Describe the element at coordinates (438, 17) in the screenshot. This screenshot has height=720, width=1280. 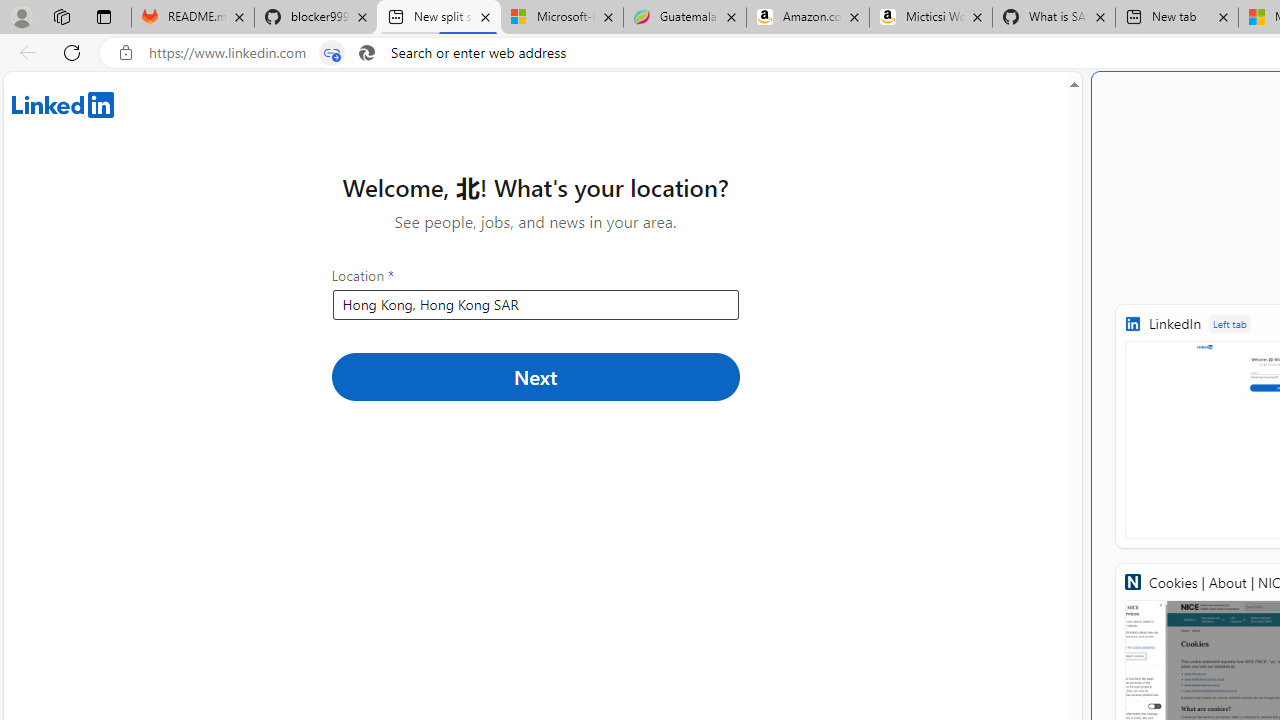
I see `'New split screen'` at that location.